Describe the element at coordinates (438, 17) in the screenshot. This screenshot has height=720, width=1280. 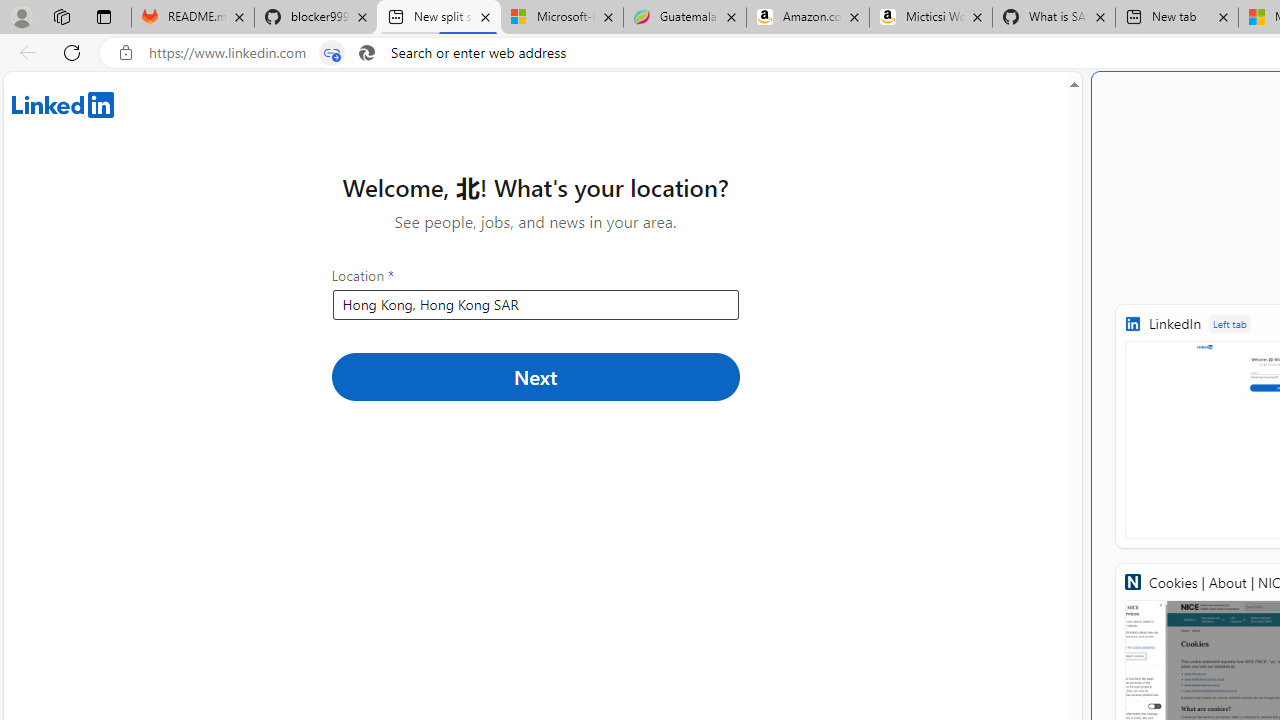
I see `'New split screen'` at that location.